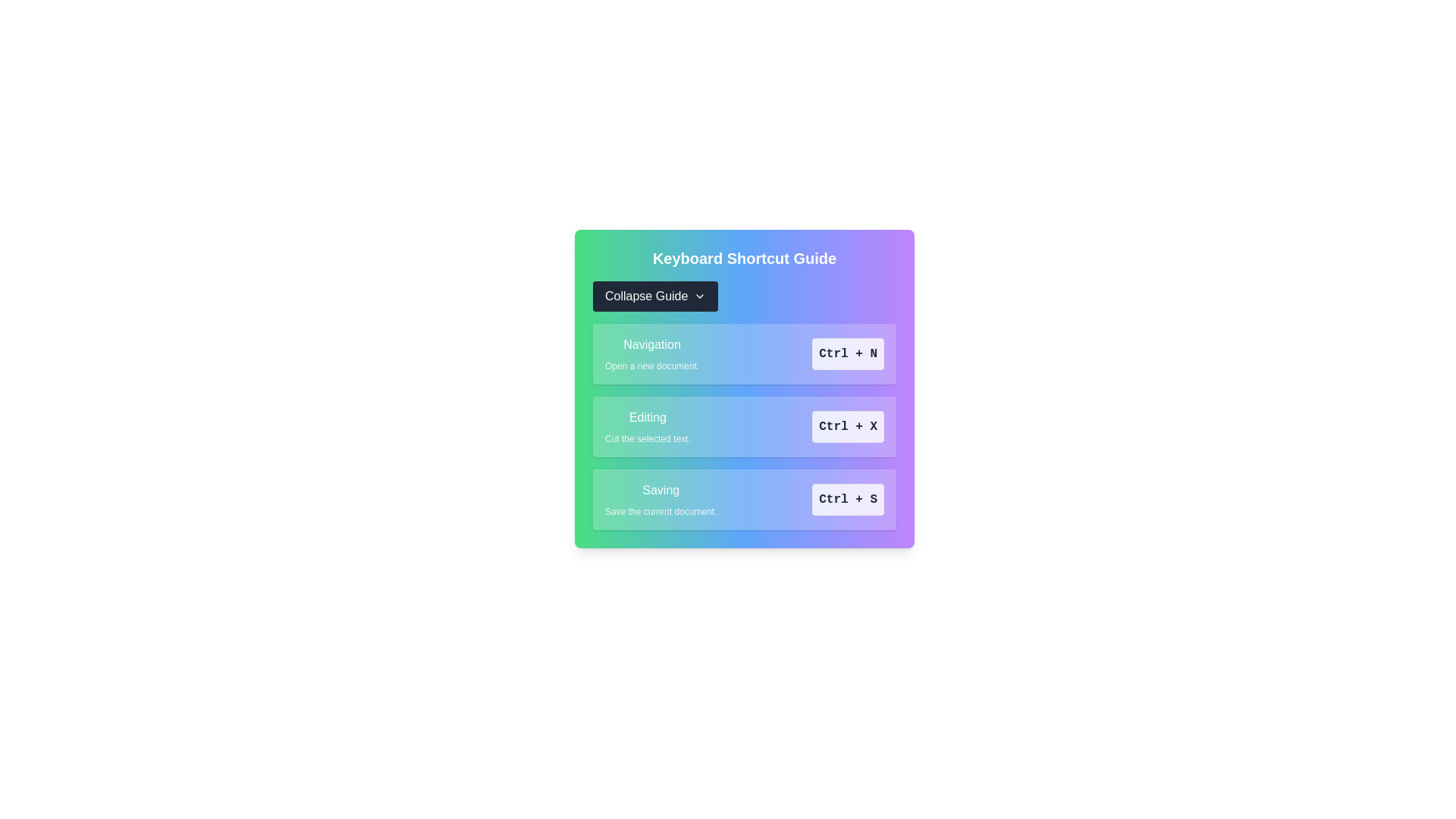 The width and height of the screenshot is (1456, 819). I want to click on information displayed in the informational item that instructs users to press 'Ctrl + S' for saving the document, which is the third item in a vertical stack of three containers, so click(745, 500).